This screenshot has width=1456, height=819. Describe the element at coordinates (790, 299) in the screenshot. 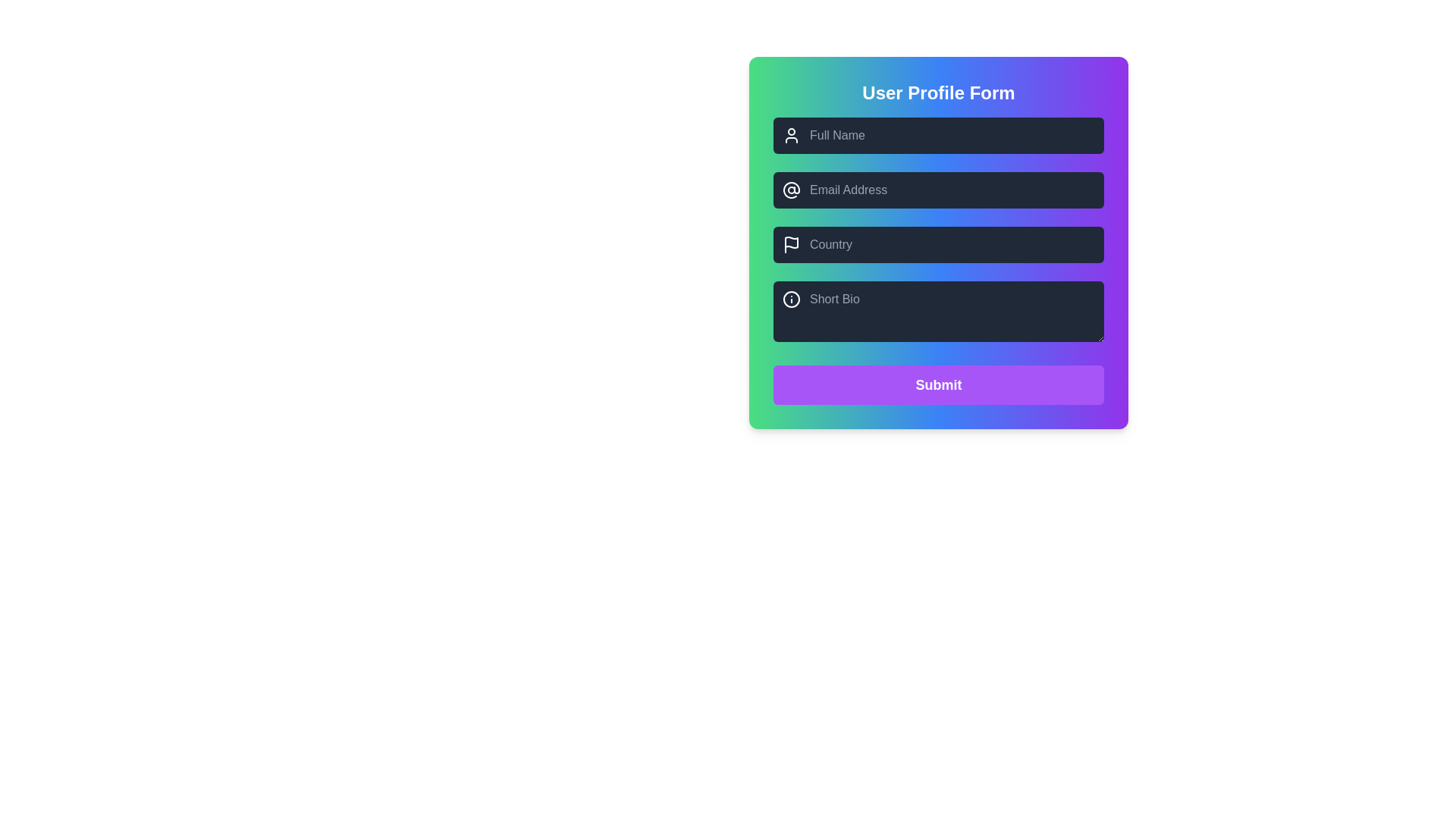

I see `the informational icon located in the top-left corner of the 'Short Bio' field` at that location.